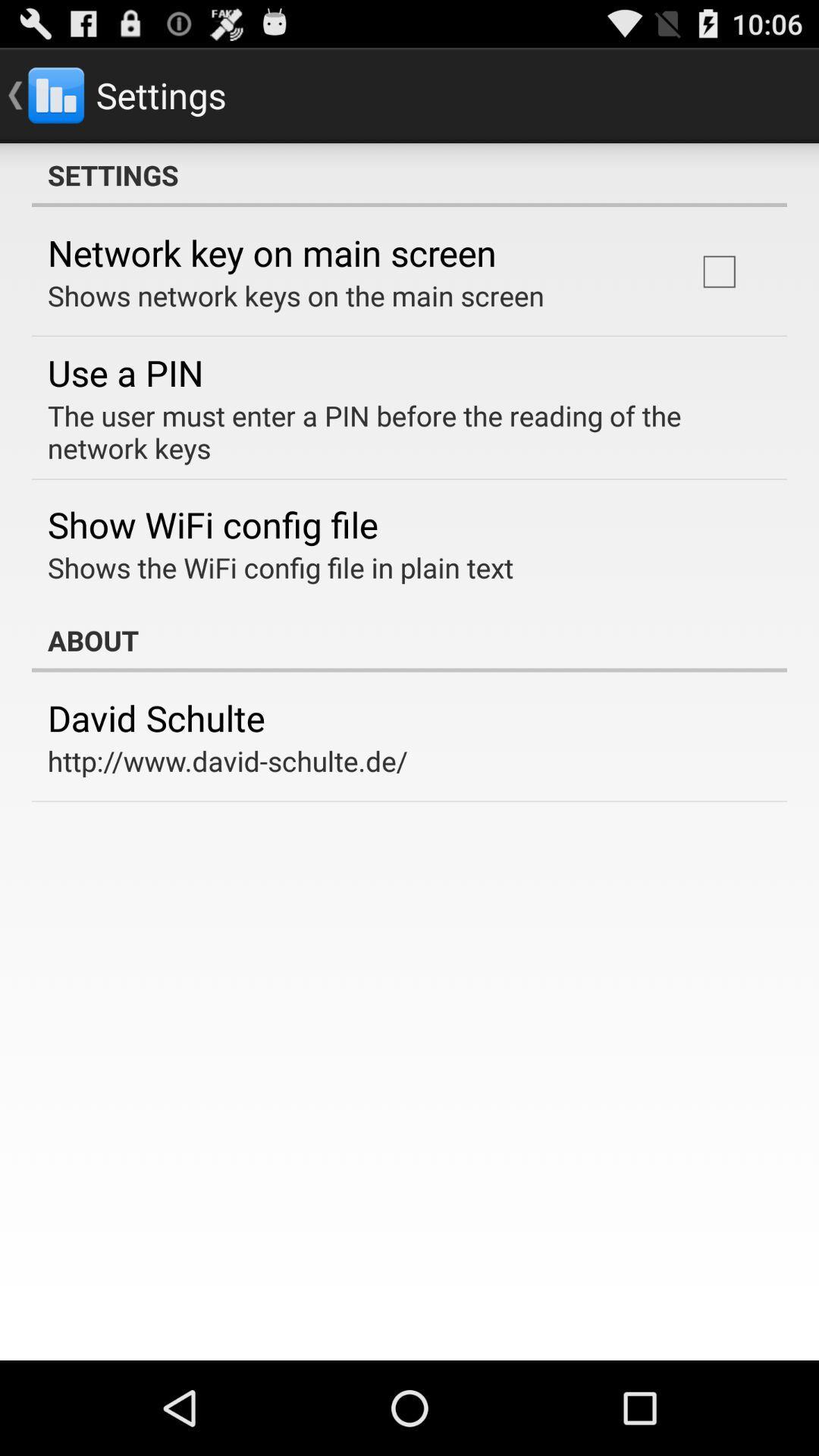 Image resolution: width=819 pixels, height=1456 pixels. Describe the element at coordinates (398, 431) in the screenshot. I see `the user must item` at that location.